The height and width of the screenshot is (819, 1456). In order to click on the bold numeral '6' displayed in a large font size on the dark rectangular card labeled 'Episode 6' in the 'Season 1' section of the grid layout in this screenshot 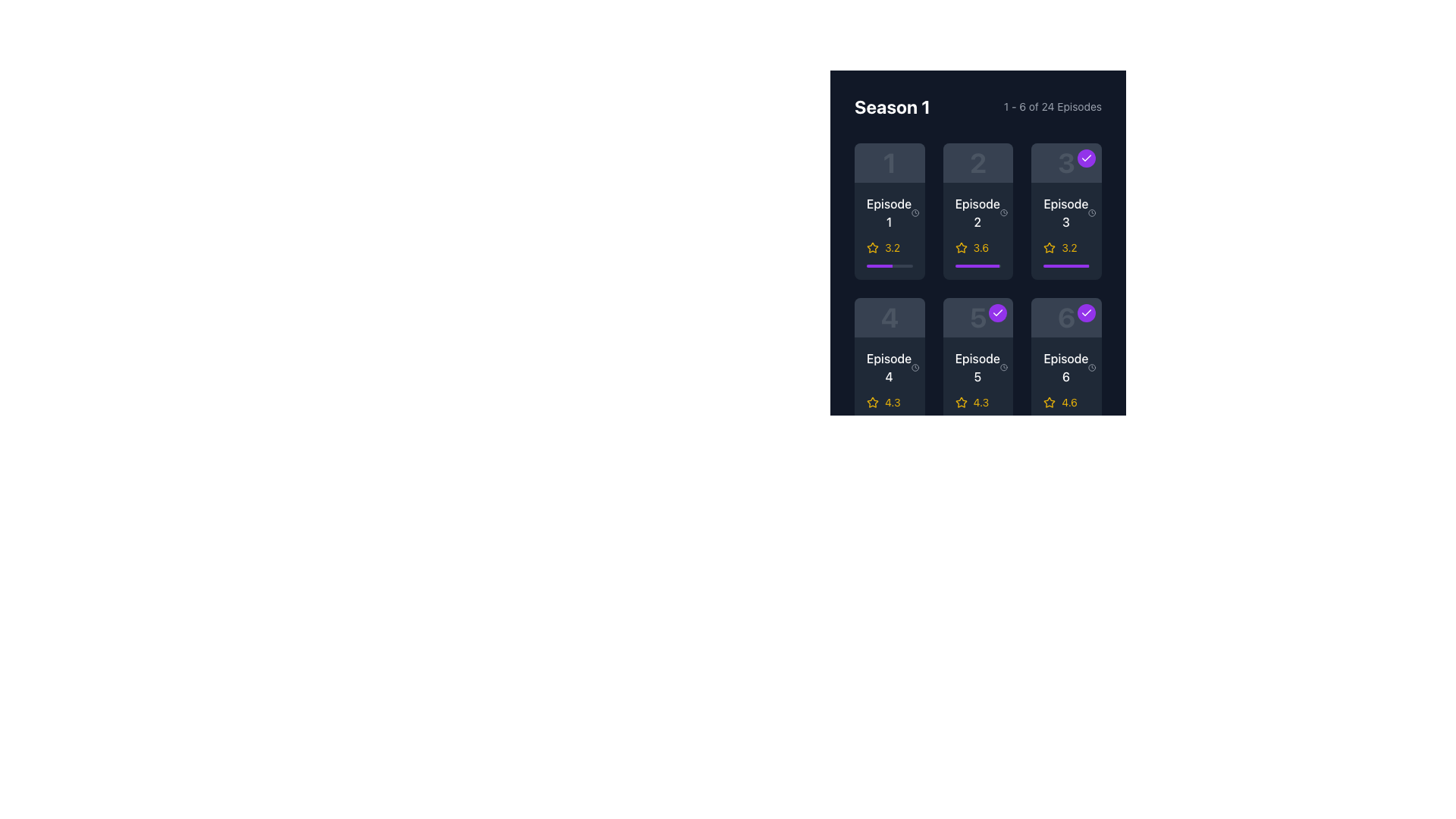, I will do `click(1065, 317)`.